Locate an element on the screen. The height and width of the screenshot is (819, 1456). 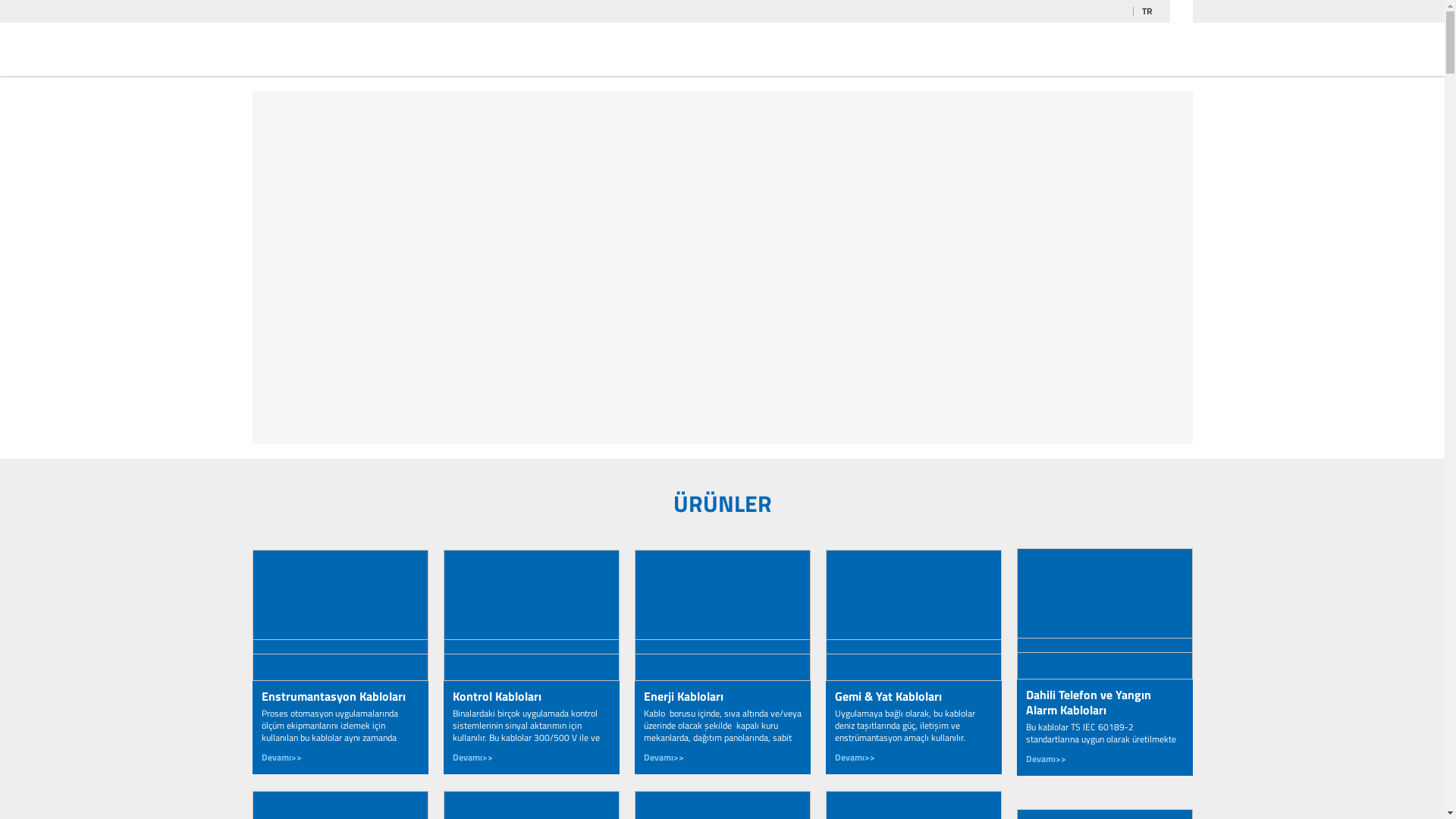
'YOUTUBE' is located at coordinates (1054, 11).